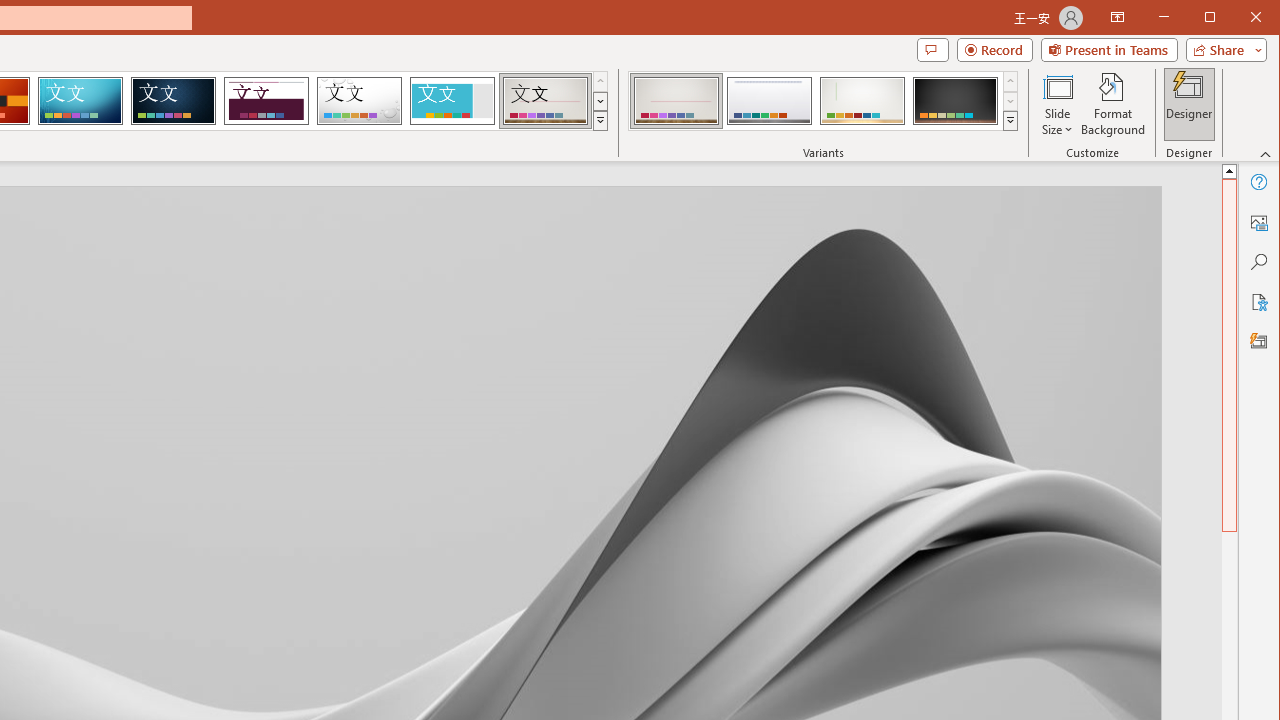 This screenshot has height=720, width=1280. Describe the element at coordinates (824, 101) in the screenshot. I see `'AutomationID: ThemeVariantsGallery'` at that location.